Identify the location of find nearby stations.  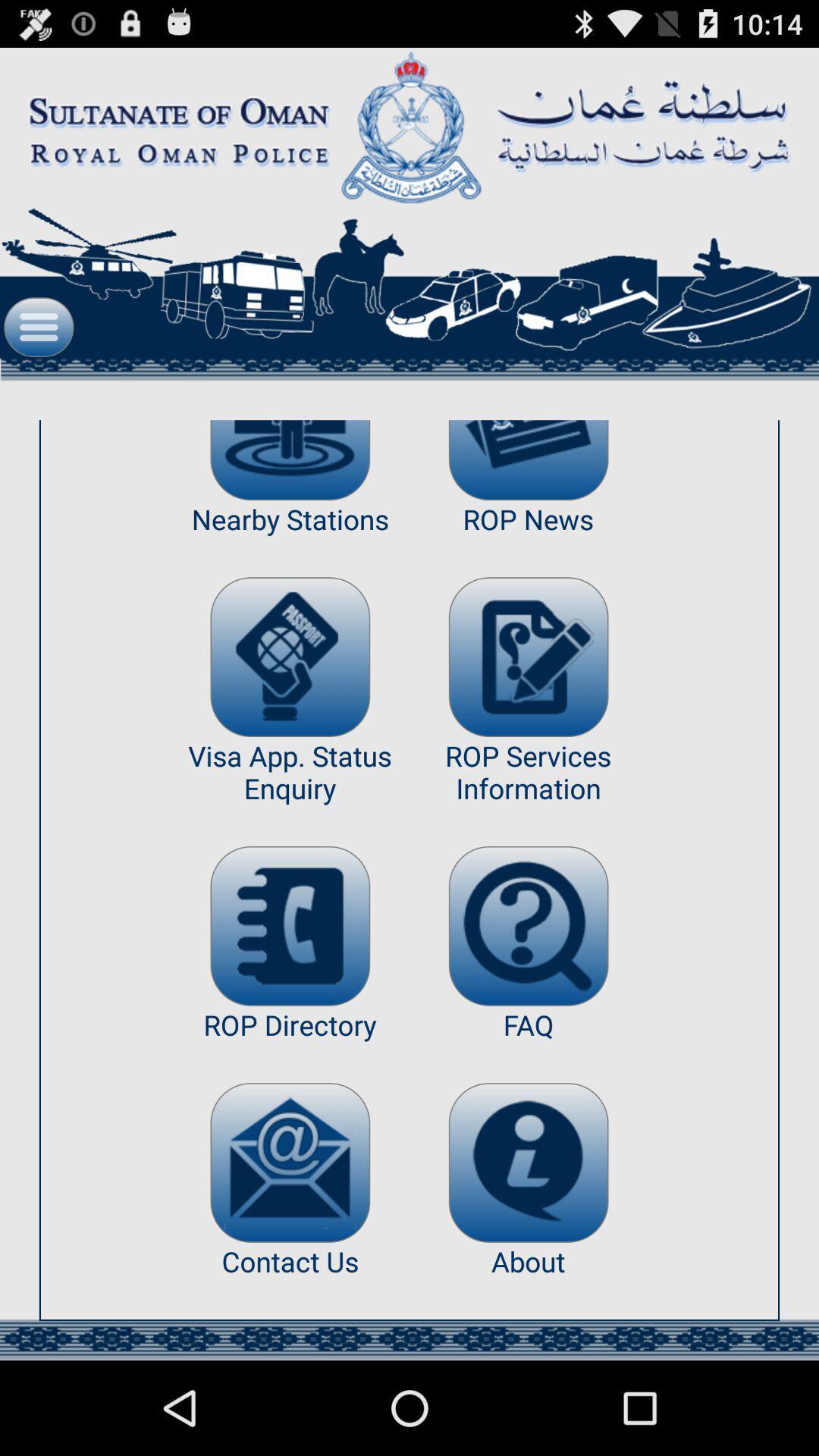
(290, 460).